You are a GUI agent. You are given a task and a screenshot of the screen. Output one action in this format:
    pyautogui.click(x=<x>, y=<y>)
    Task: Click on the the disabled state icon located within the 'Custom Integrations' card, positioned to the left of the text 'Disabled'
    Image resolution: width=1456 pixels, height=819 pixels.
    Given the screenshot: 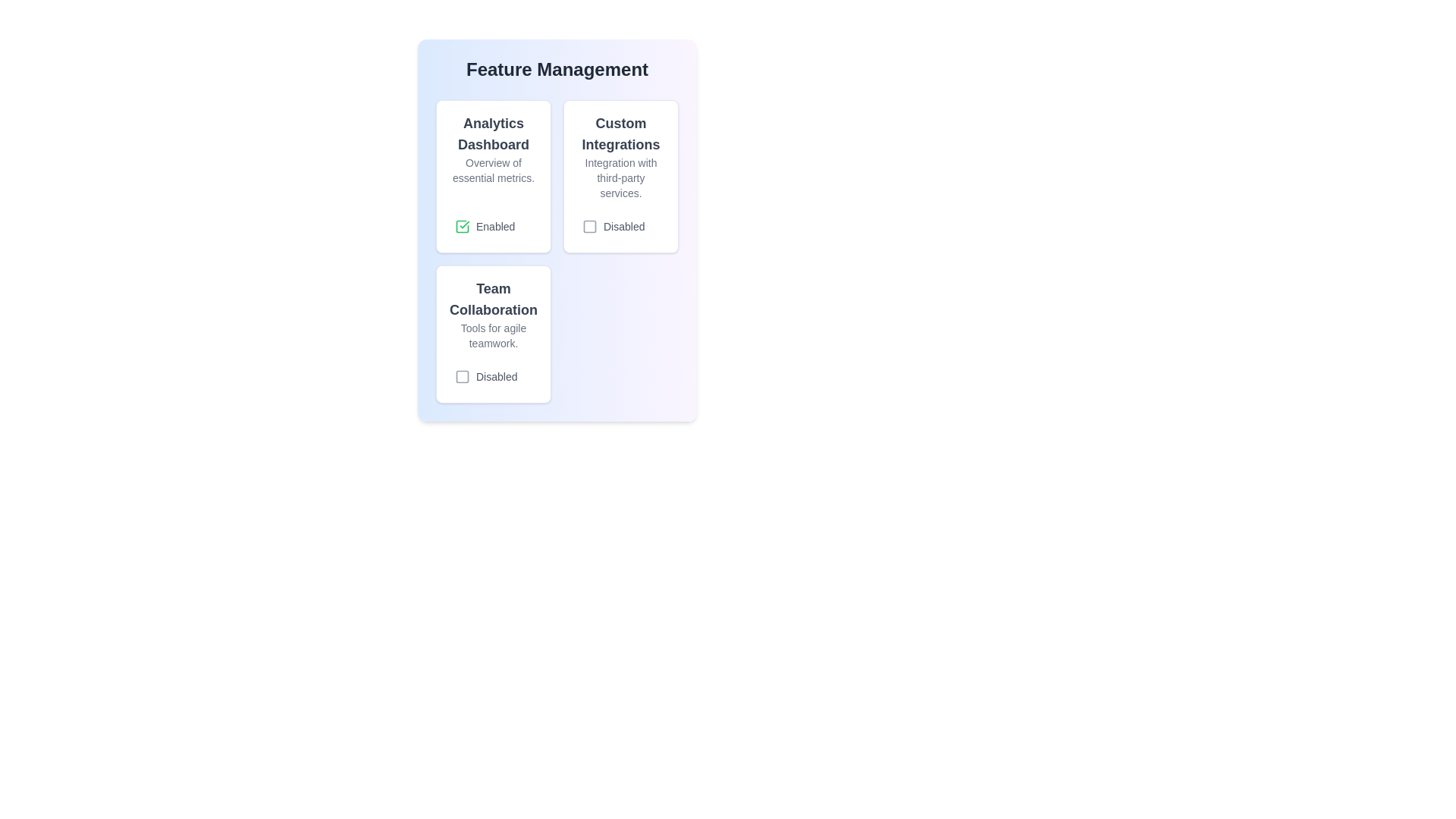 What is the action you would take?
    pyautogui.click(x=588, y=227)
    